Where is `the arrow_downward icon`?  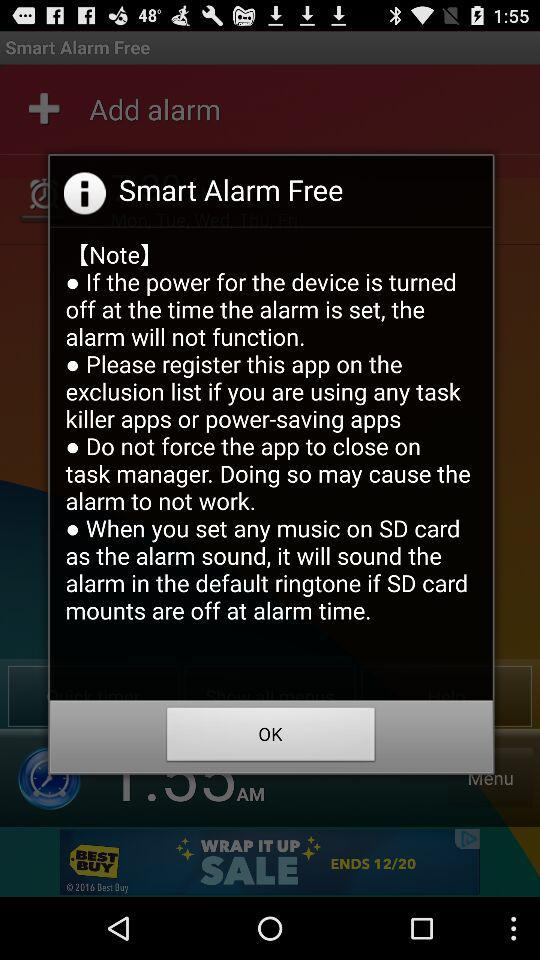 the arrow_downward icon is located at coordinates (49, 832).